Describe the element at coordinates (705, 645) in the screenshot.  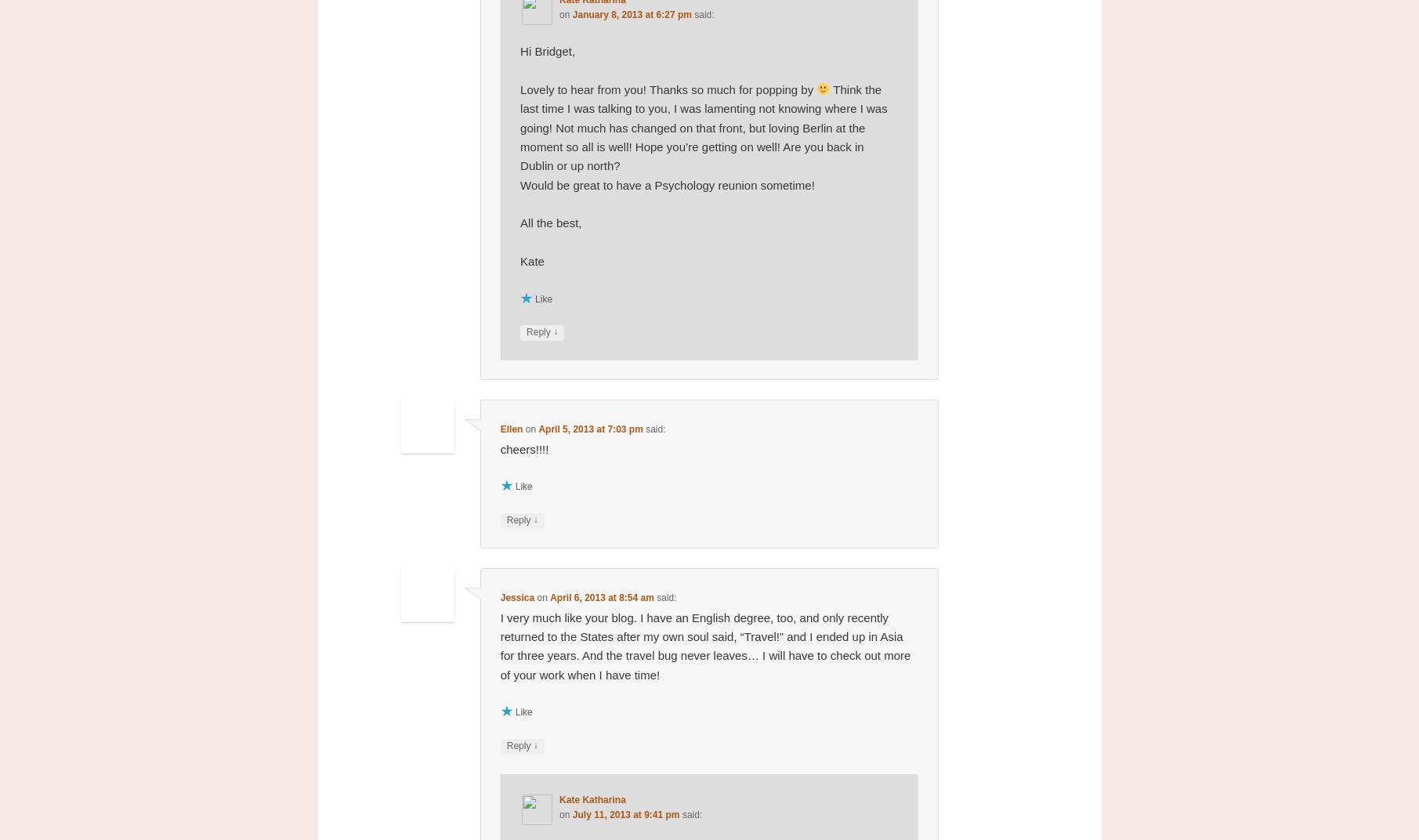
I see `'I very much like your blog. I have an English degree, too, and only recently returned to the States after my own soul said, “Travel!” and I ended up in Asia for three years. And the travel bug never leaves… I will have to check out more of your work when I have time!'` at that location.